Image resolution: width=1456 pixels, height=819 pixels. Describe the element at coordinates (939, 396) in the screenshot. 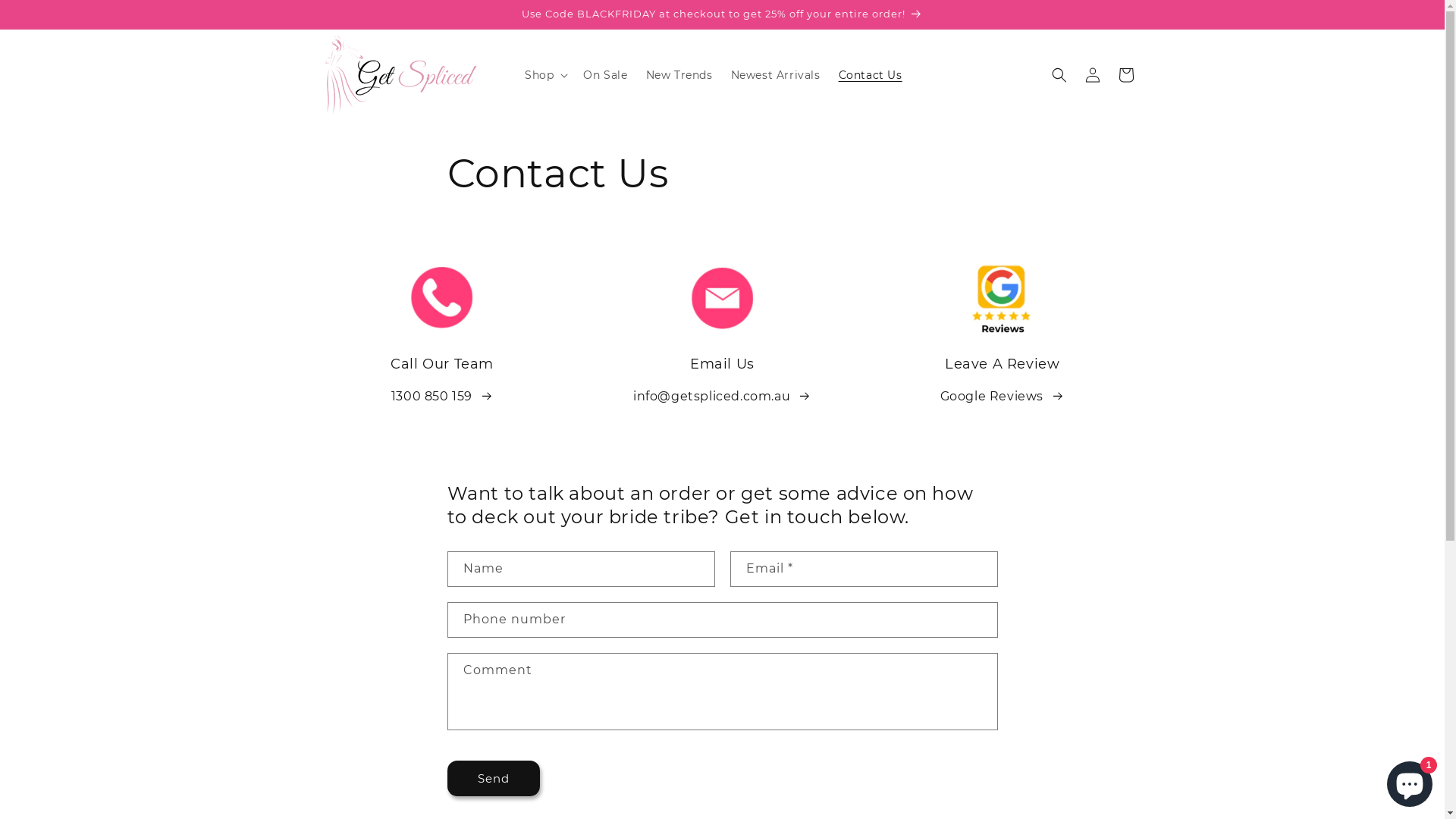

I see `'Google Reviews '` at that location.